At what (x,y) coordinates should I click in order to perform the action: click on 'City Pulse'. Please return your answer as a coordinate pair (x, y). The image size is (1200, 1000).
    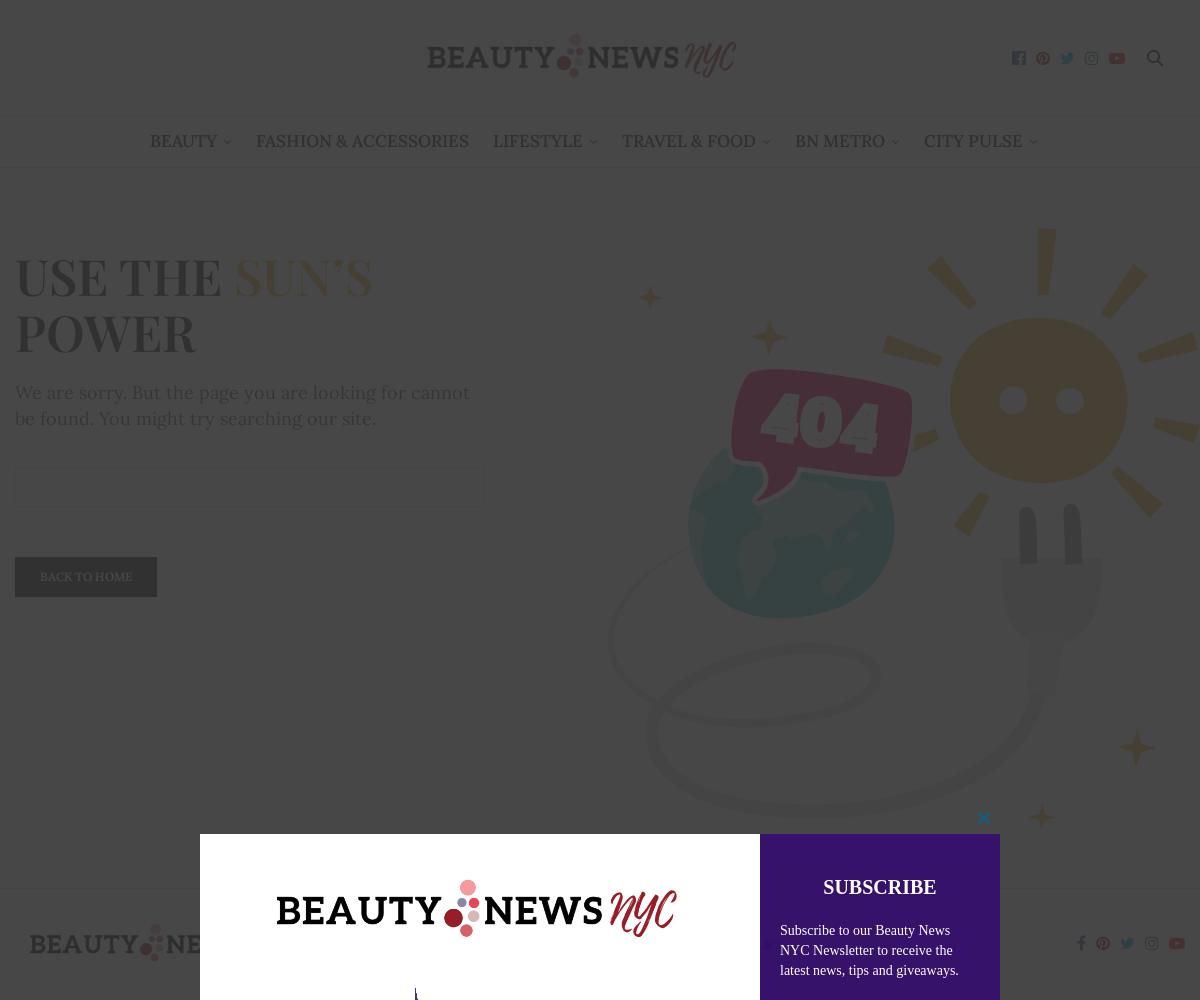
    Looking at the image, I should click on (973, 141).